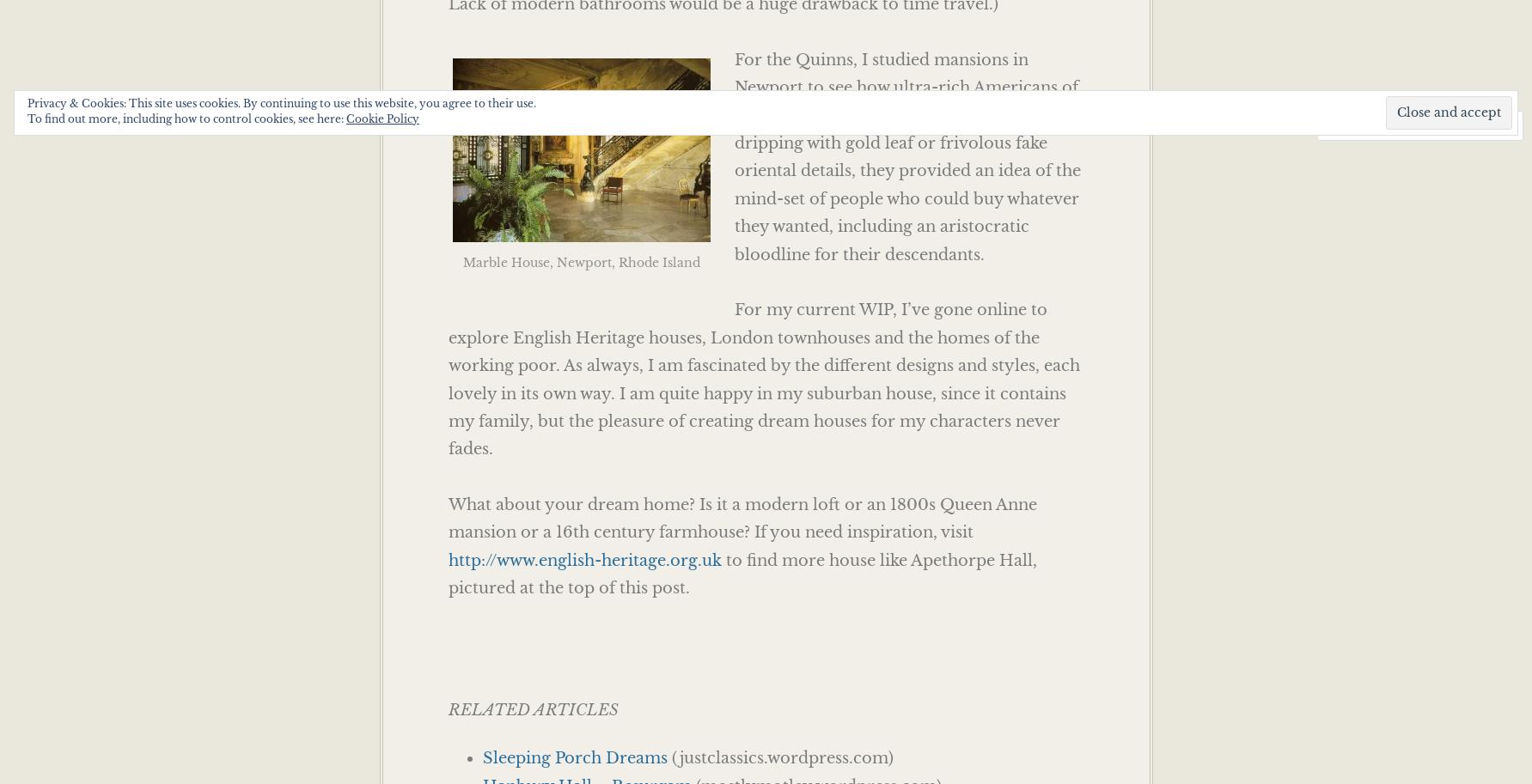  I want to click on 'For the Quinns, I studied mansions in Newport to see how ultra-rich Americans of an earlier era spent their money. Opulent, dripping with gold leaf or frivolous fake oriental details, they provided an idea of the mind-set of people who could buy whatever they wanted, including an aristocratic bloodline for their descendants.', so click(906, 156).